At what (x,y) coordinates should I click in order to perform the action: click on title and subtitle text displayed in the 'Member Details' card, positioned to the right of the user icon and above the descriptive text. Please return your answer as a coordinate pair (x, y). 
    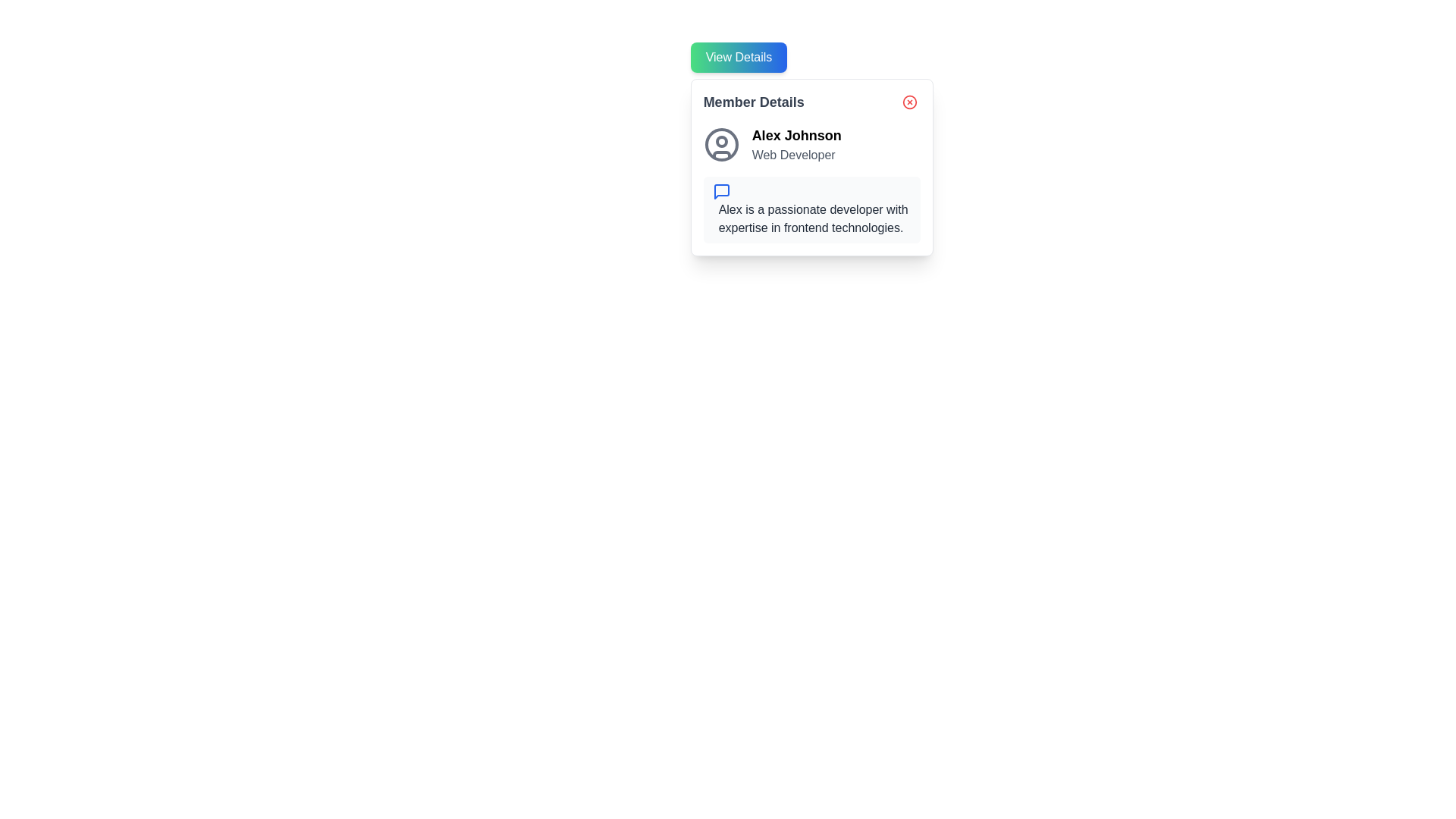
    Looking at the image, I should click on (795, 145).